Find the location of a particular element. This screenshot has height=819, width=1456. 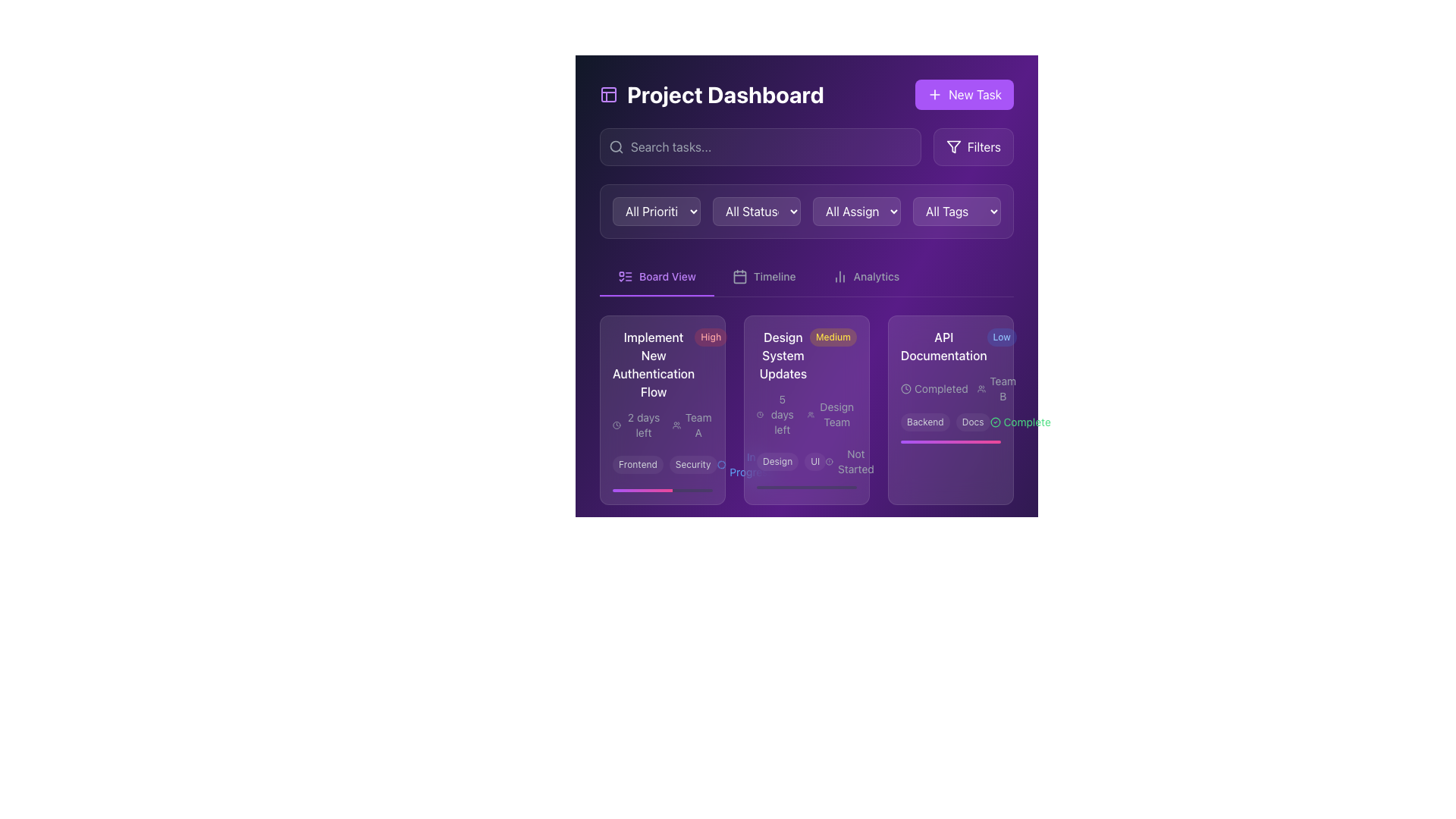

the circular outline of the clock icon located within the 'Implement New Authentication Flow' card in the 'Board View' section is located at coordinates (617, 425).